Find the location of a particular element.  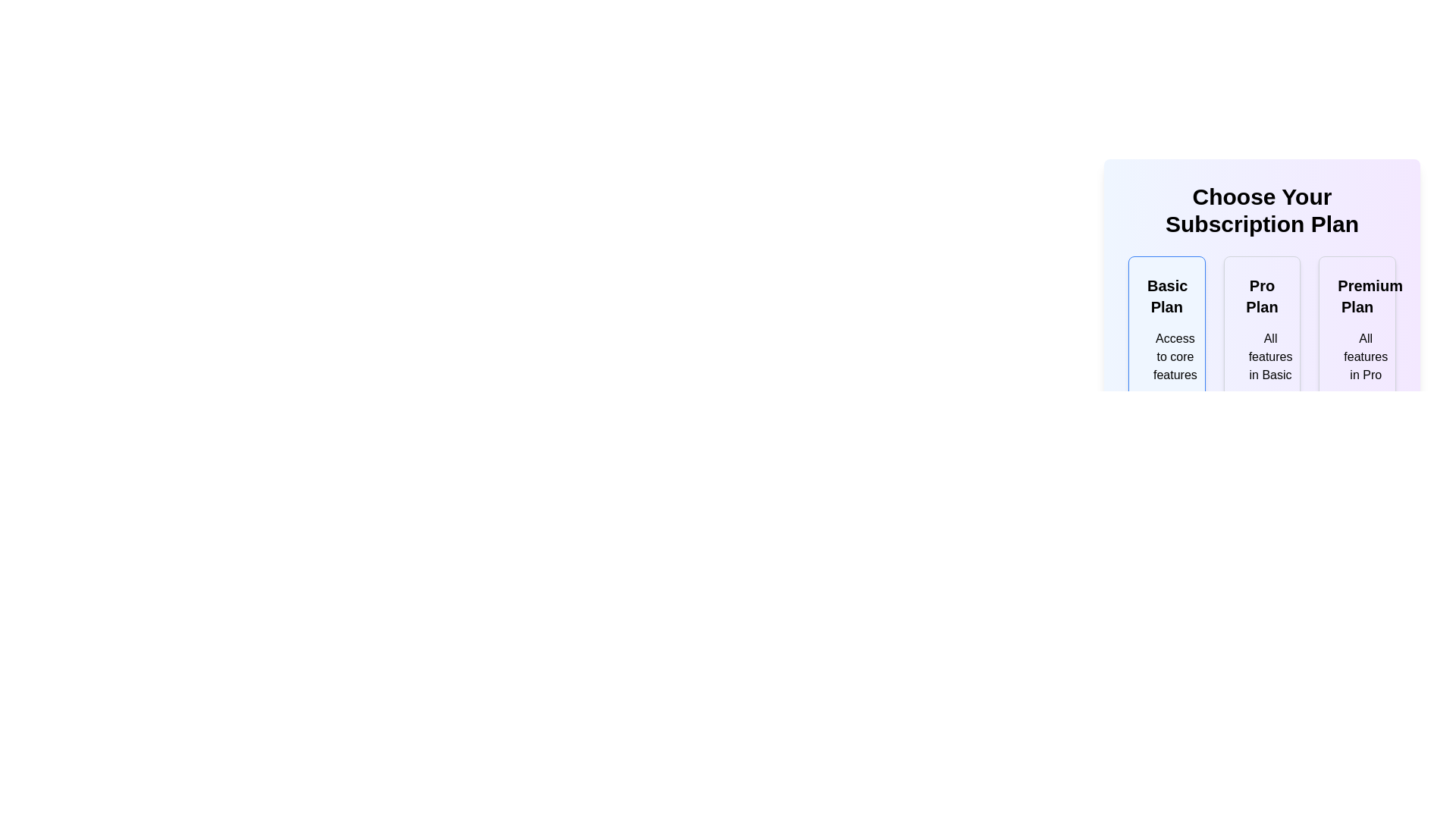

the 'Premium Plan' text label, which is boldly displayed at the top of the rightmost subscription card is located at coordinates (1357, 296).